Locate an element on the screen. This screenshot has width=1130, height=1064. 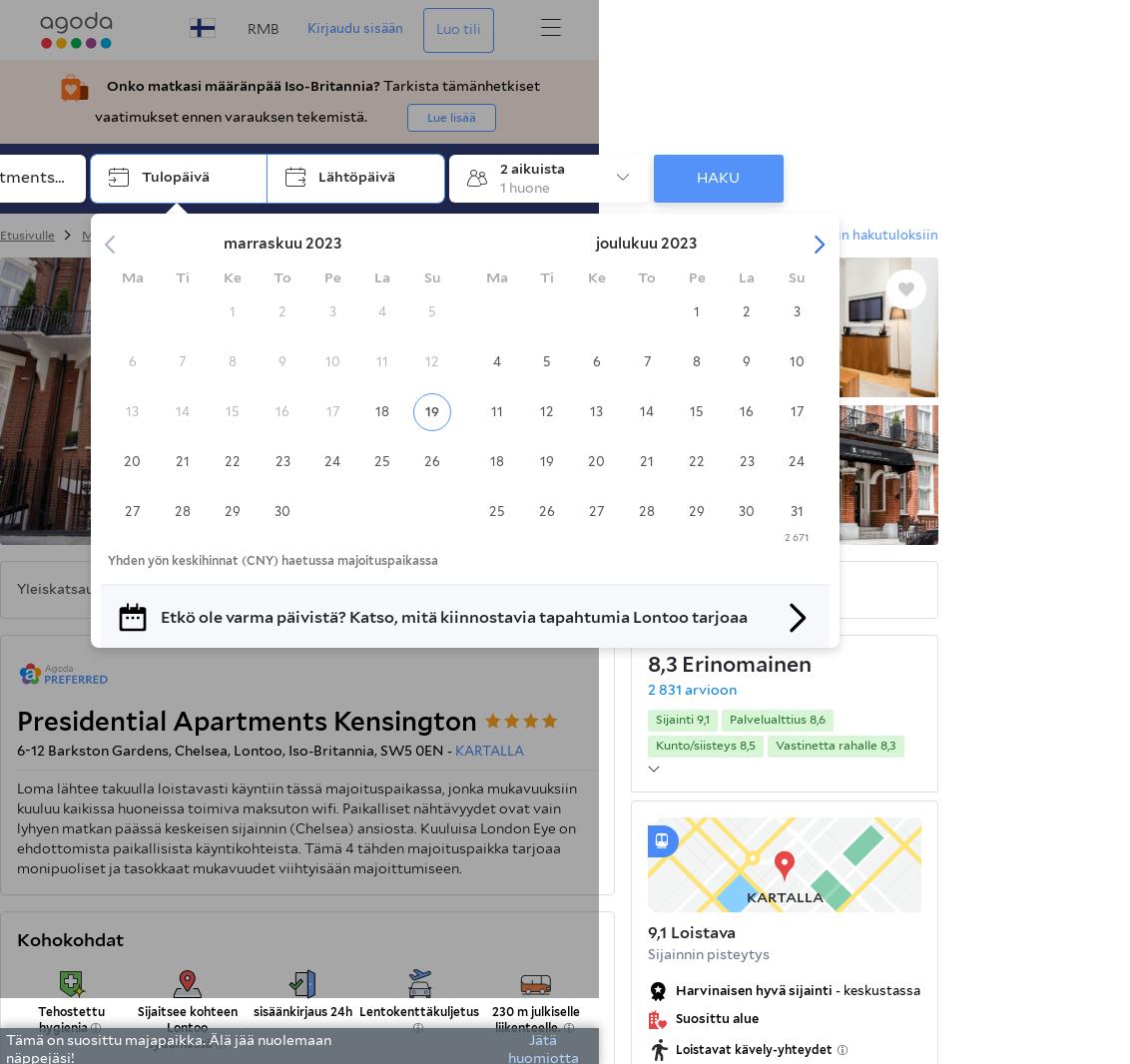
'Sijaitsee kohteen Lontoo sydämessä' is located at coordinates (187, 1027).